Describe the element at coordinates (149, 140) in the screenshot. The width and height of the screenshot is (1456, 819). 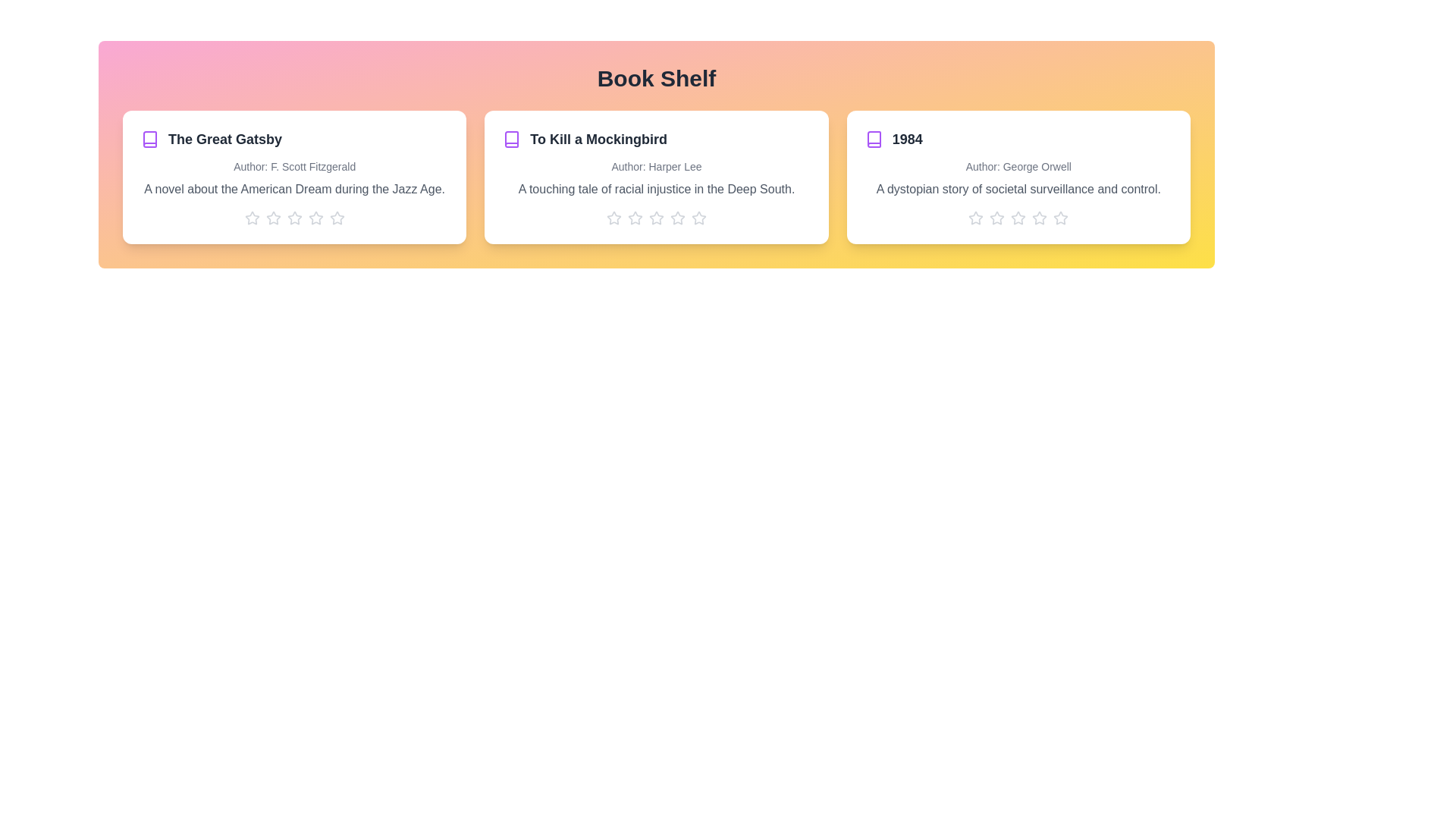
I see `the book icon for 'The Great Gatsby' to highlight its title` at that location.